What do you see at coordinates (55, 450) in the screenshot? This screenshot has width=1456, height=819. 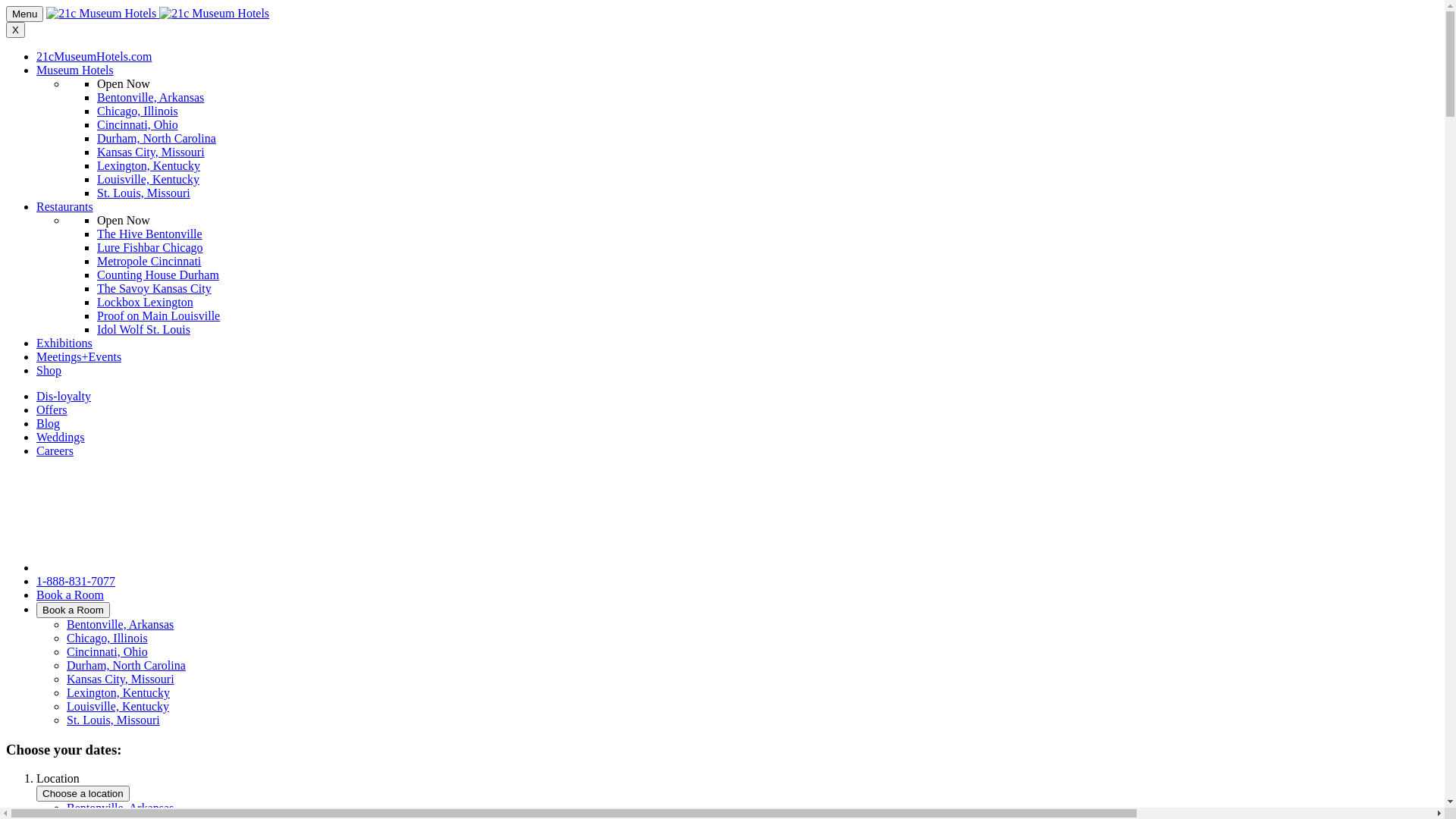 I see `'Careers'` at bounding box center [55, 450].